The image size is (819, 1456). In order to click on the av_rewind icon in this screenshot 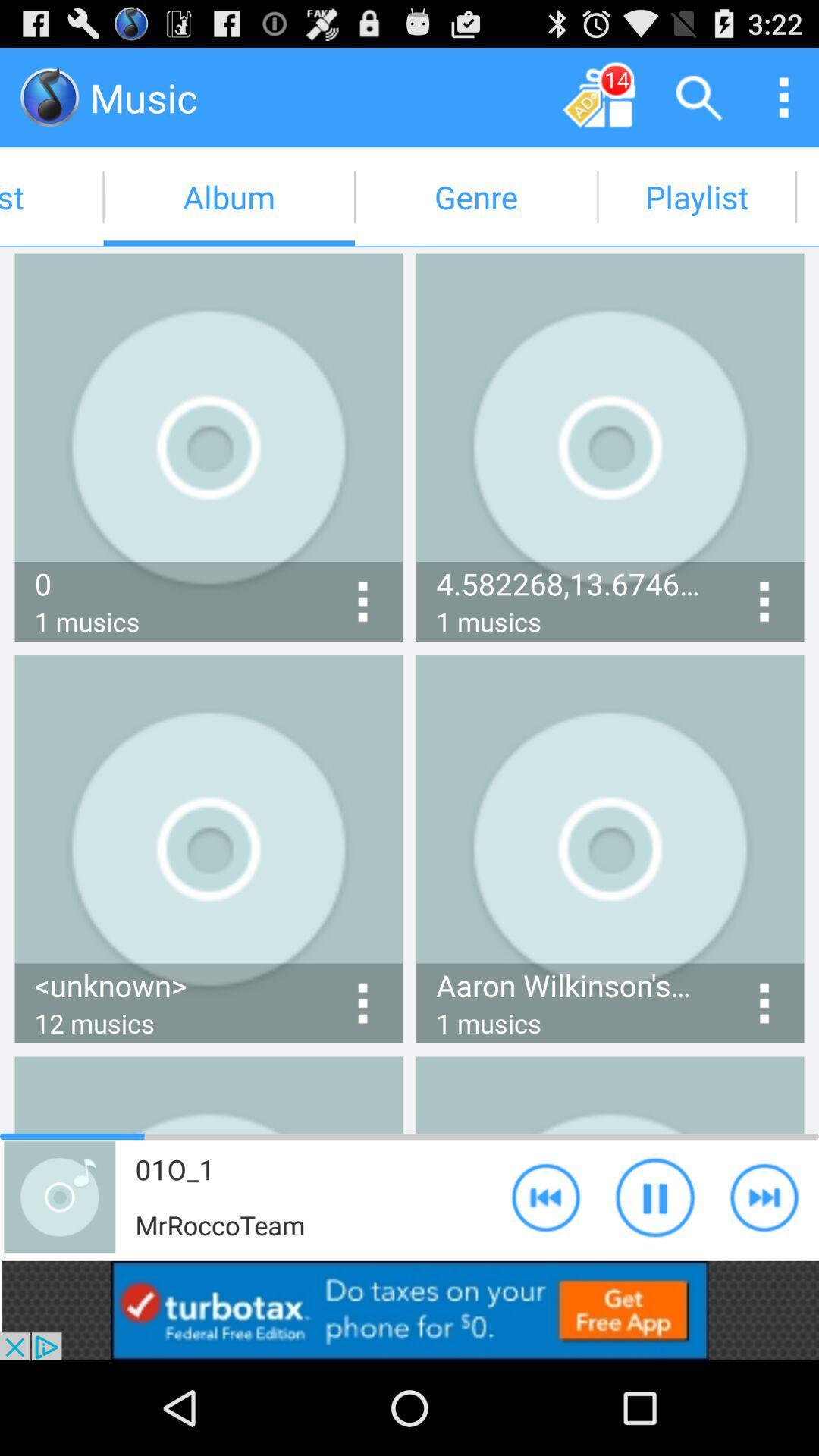, I will do `click(546, 1280)`.